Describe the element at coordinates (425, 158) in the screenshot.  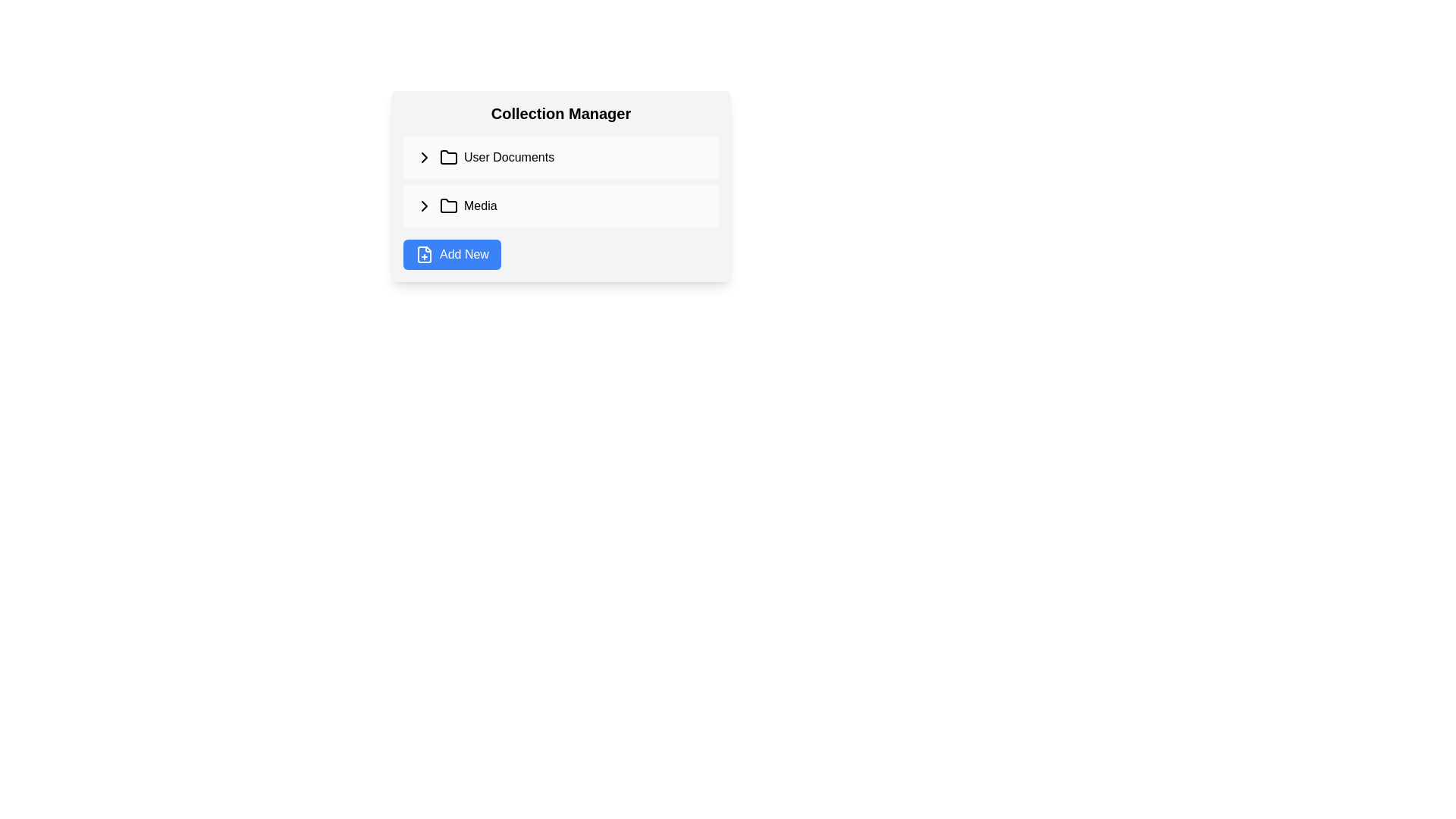
I see `the toggle button located to the left of the 'User Documents' folder icon` at that location.